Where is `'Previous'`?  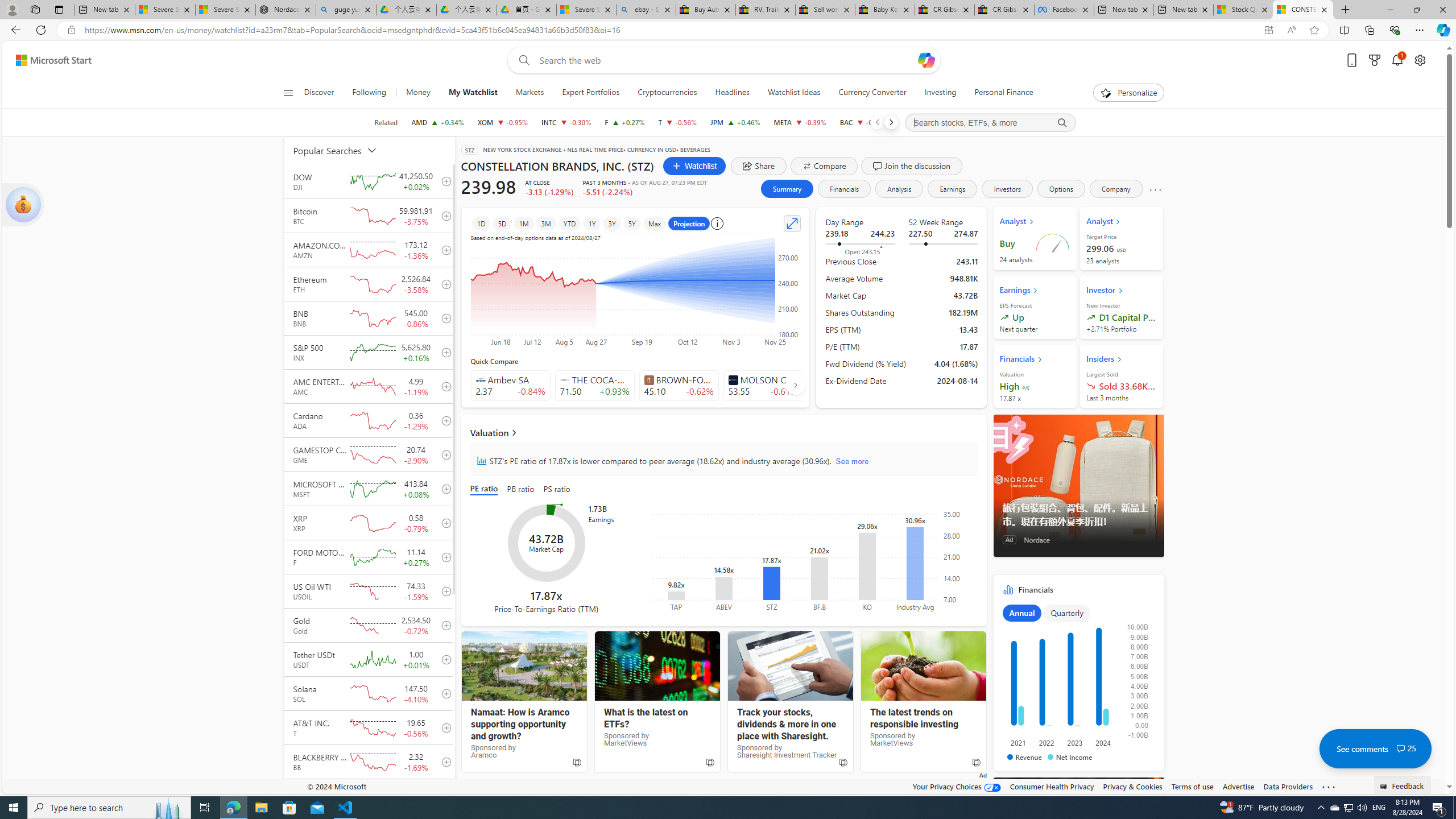
'Previous' is located at coordinates (876, 122).